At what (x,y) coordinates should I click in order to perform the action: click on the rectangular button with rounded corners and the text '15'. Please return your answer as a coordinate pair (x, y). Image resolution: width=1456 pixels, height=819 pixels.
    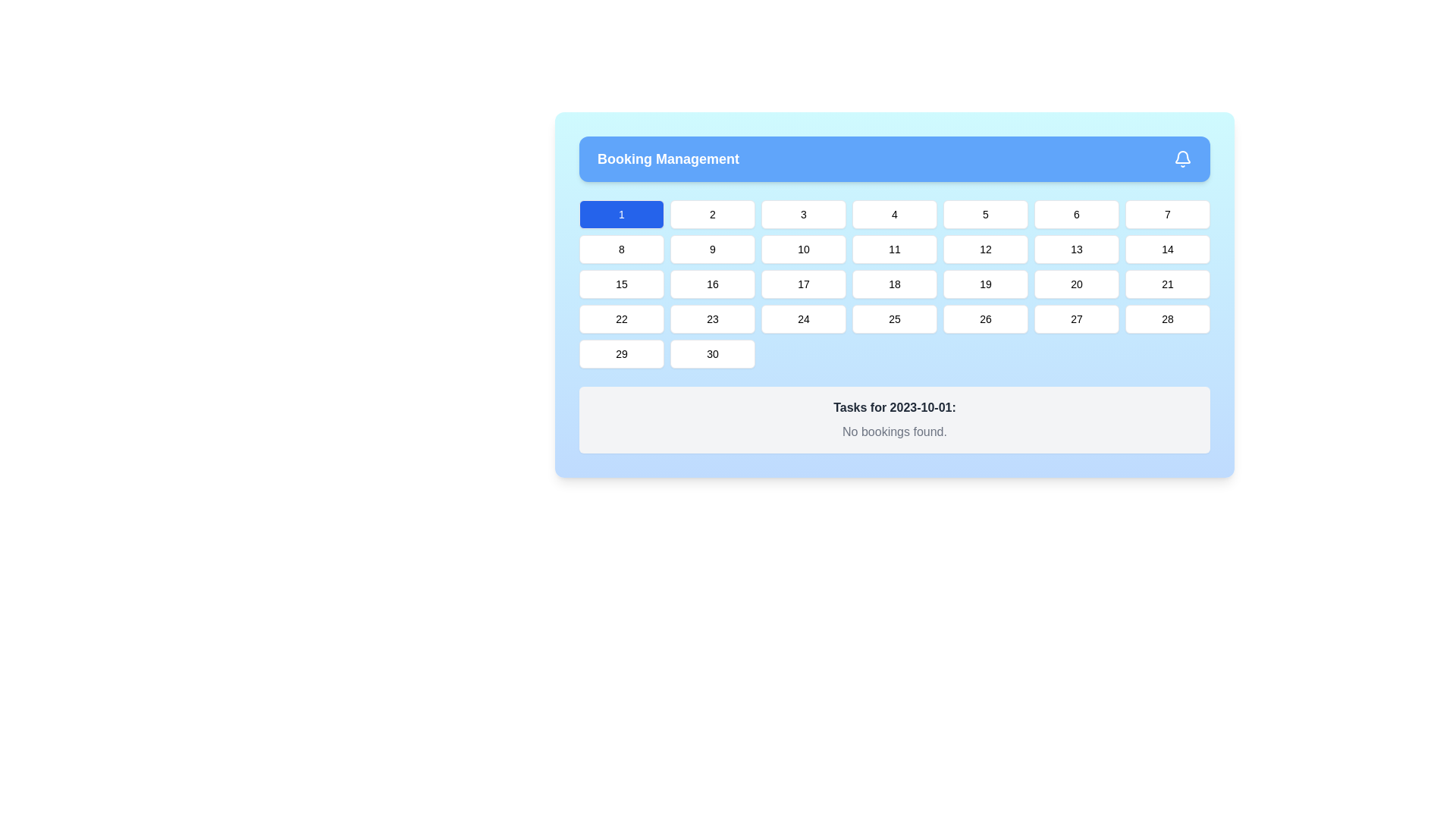
    Looking at the image, I should click on (622, 284).